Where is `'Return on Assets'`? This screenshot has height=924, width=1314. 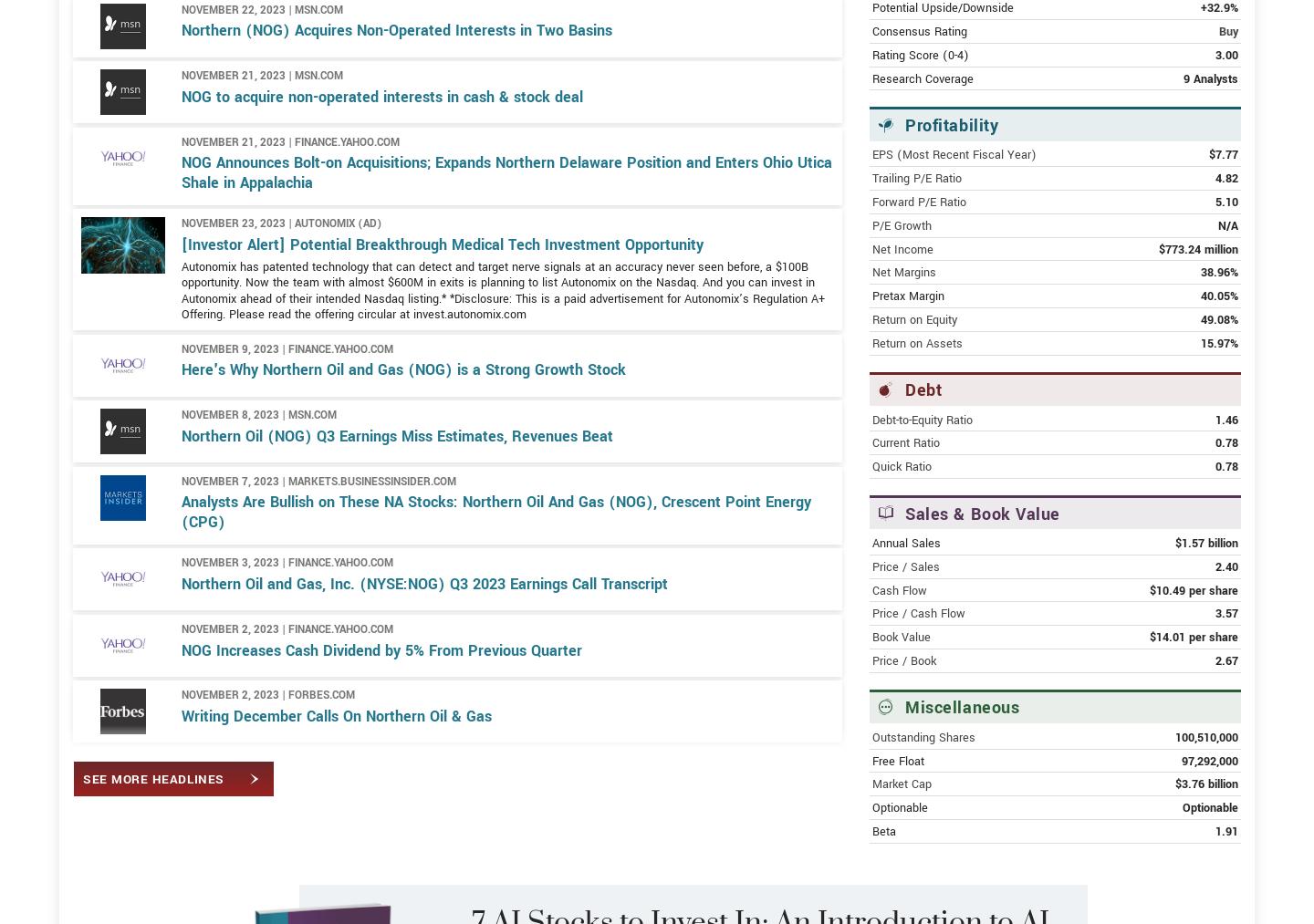
'Return on Assets' is located at coordinates (916, 408).